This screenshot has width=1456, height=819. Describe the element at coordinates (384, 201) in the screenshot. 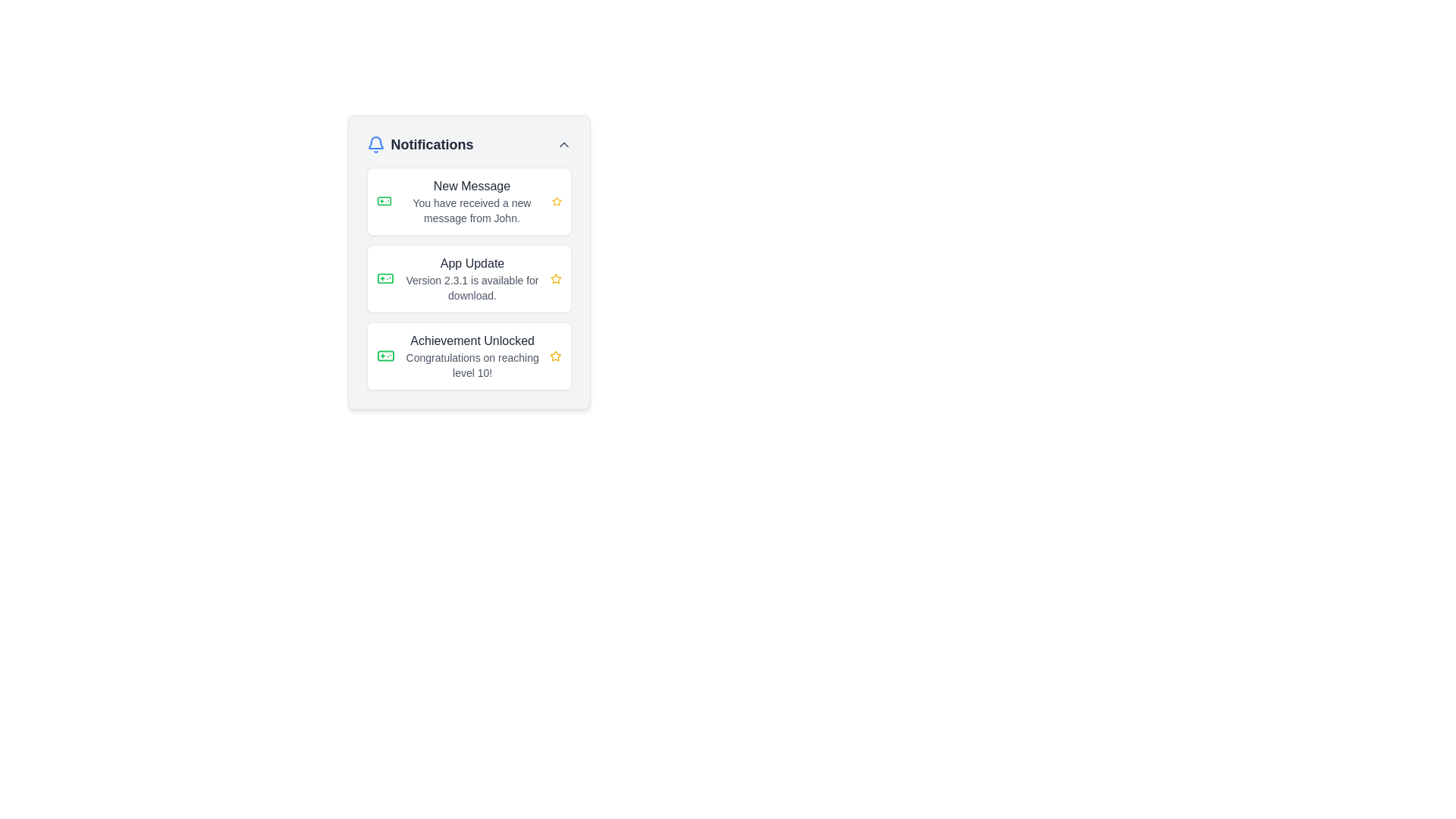

I see `the game controller icon with a green outline located to the left of the 'New Message' text in the notification card for additional information` at that location.